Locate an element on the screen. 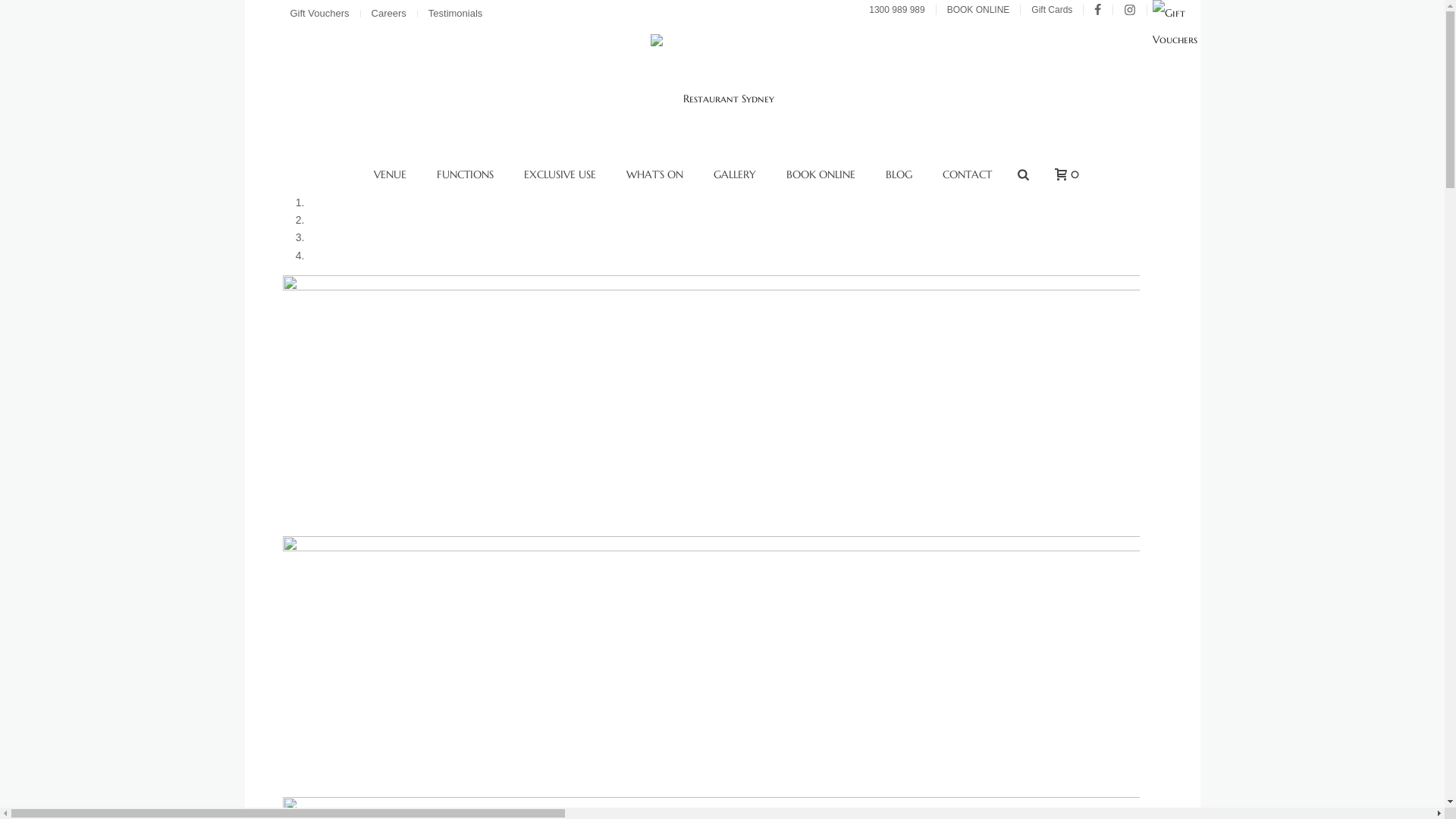 Image resolution: width=1456 pixels, height=819 pixels. 'fireworks23wh' is located at coordinates (709, 405).